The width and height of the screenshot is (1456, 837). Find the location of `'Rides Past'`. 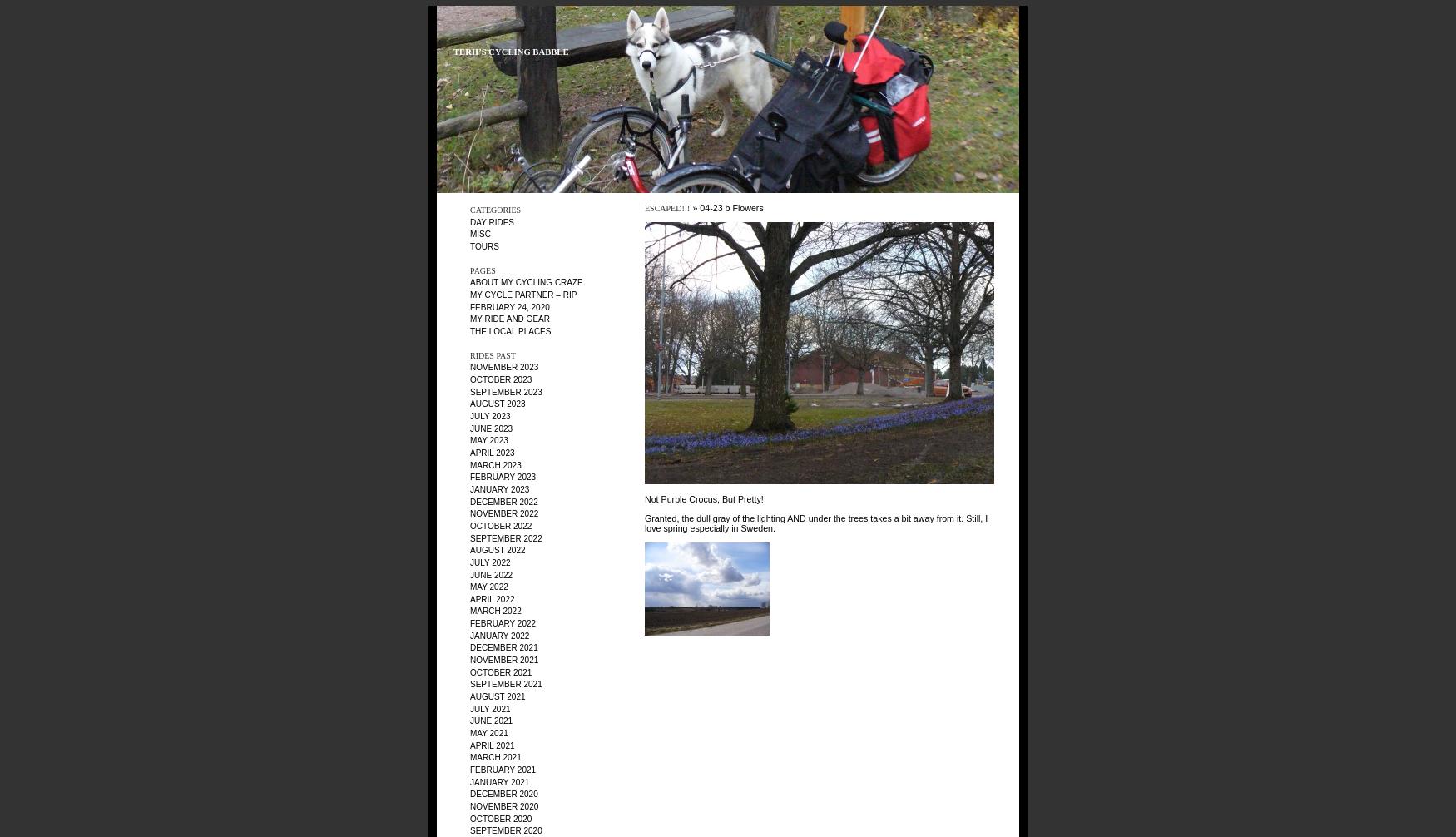

'Rides Past' is located at coordinates (493, 354).